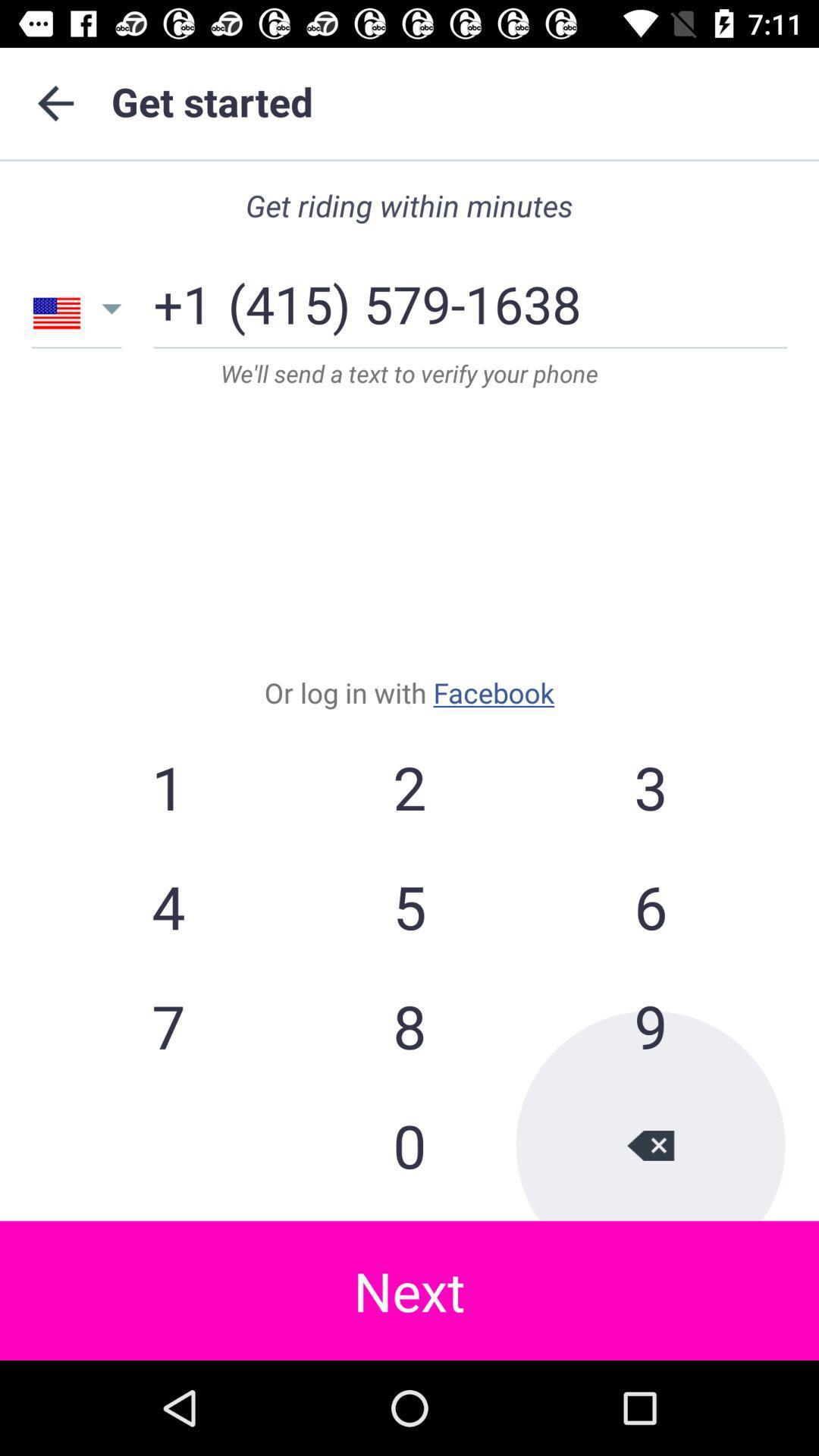 Image resolution: width=819 pixels, height=1456 pixels. Describe the element at coordinates (403, 298) in the screenshot. I see `item below the get riding within item` at that location.